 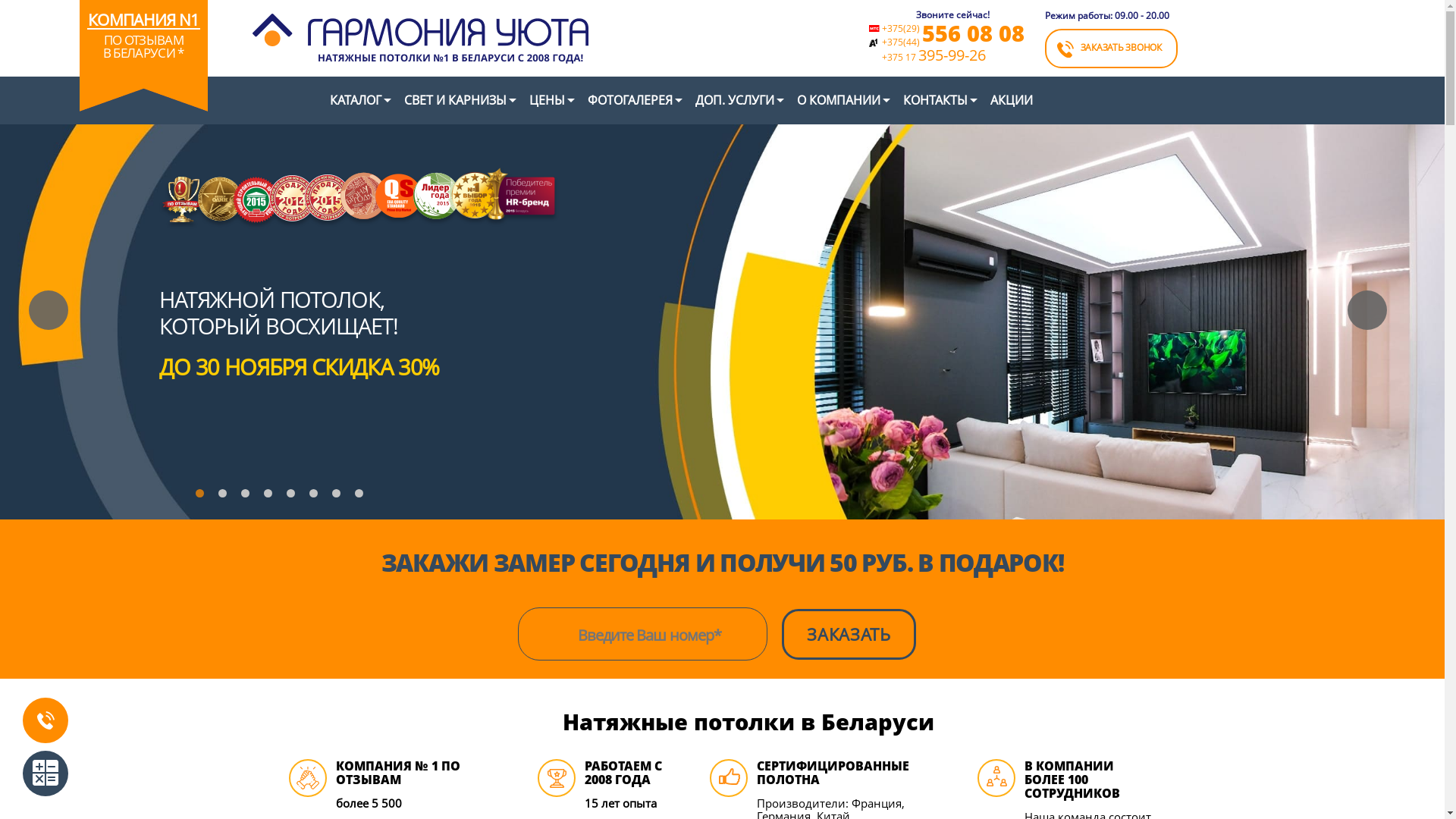 I want to click on '1', so click(x=202, y=497).